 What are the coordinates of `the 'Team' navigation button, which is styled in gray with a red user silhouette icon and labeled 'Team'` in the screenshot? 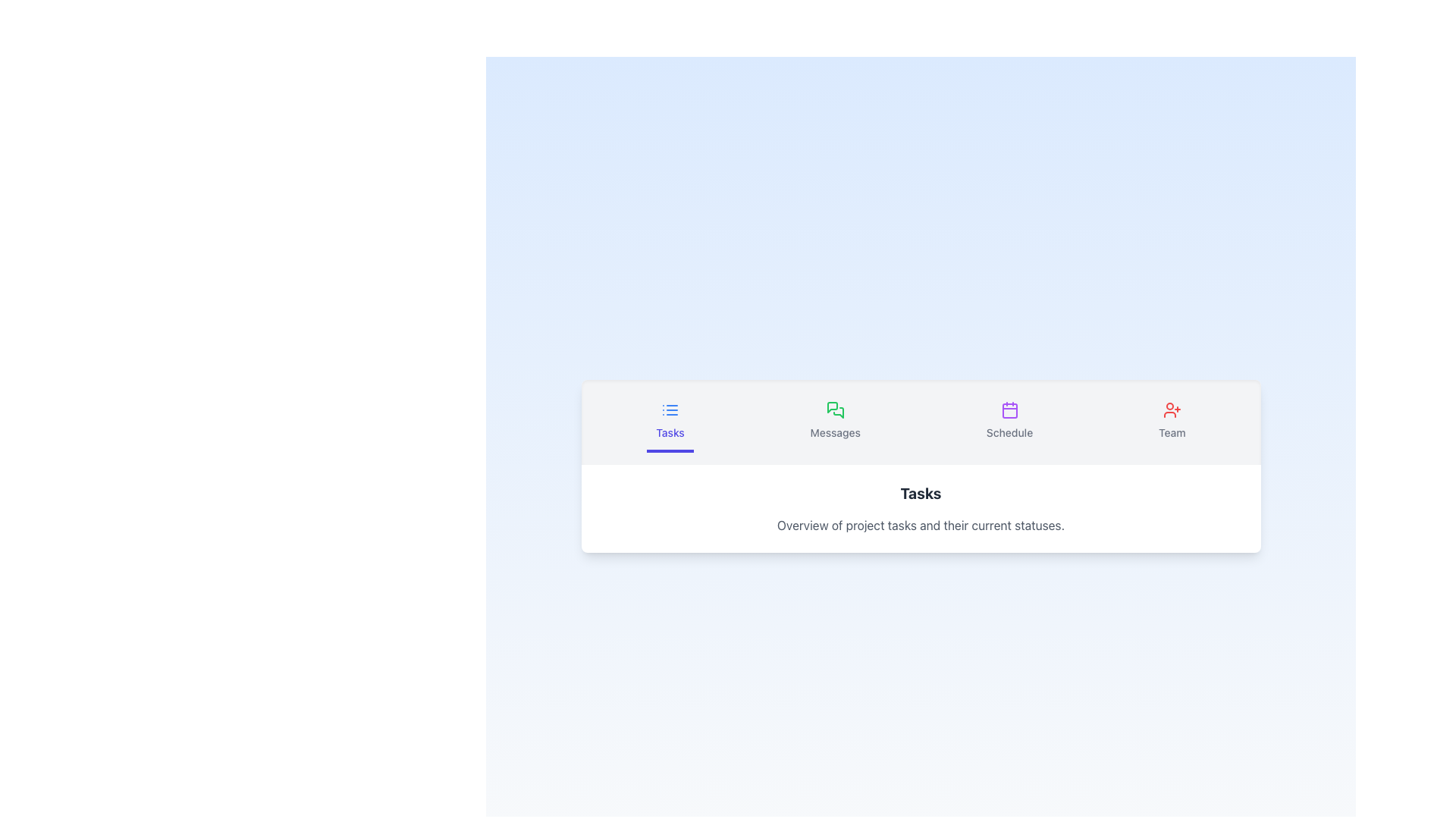 It's located at (1171, 422).